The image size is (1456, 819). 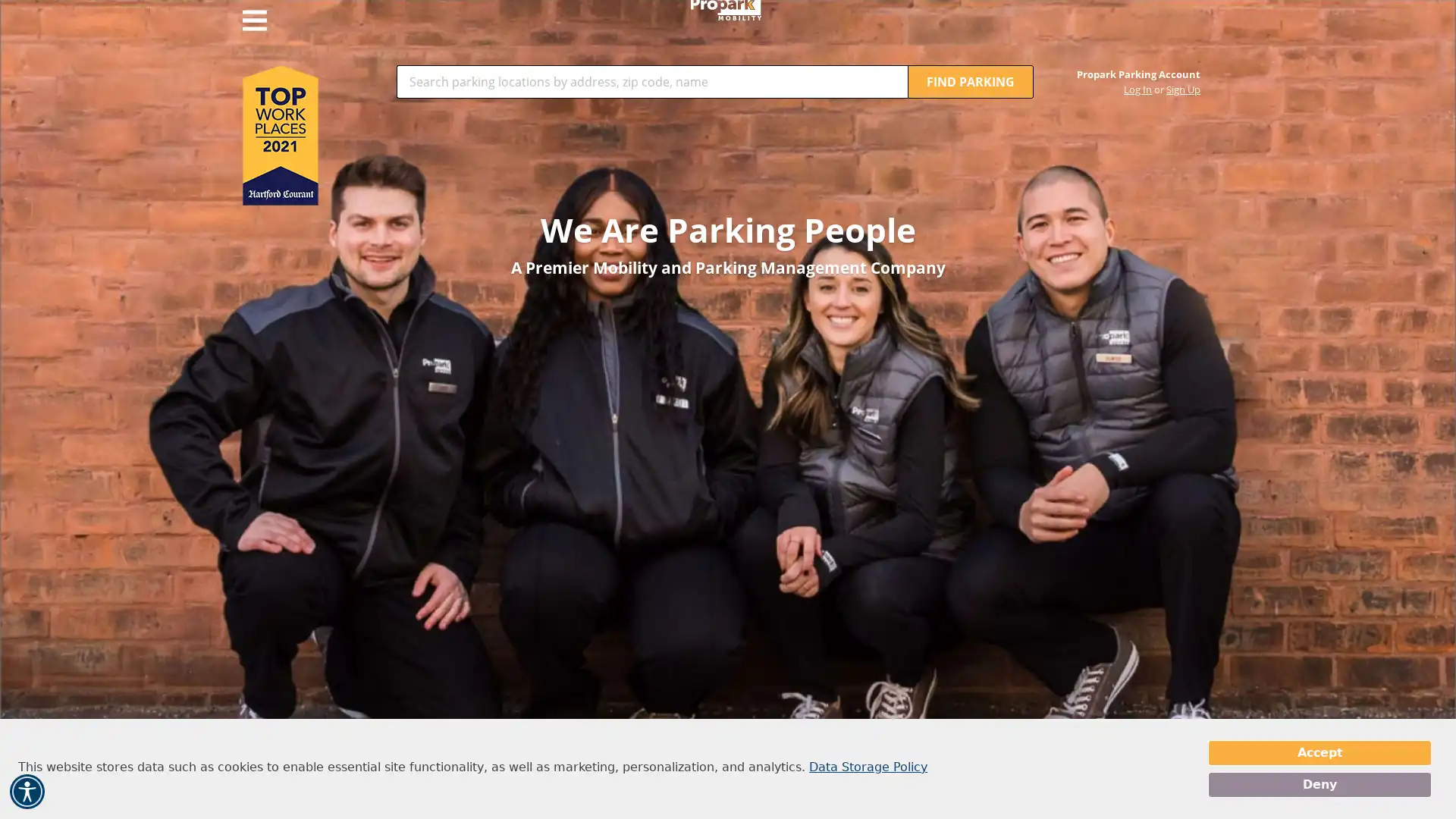 What do you see at coordinates (27, 791) in the screenshot?
I see `Accessibility Menu` at bounding box center [27, 791].